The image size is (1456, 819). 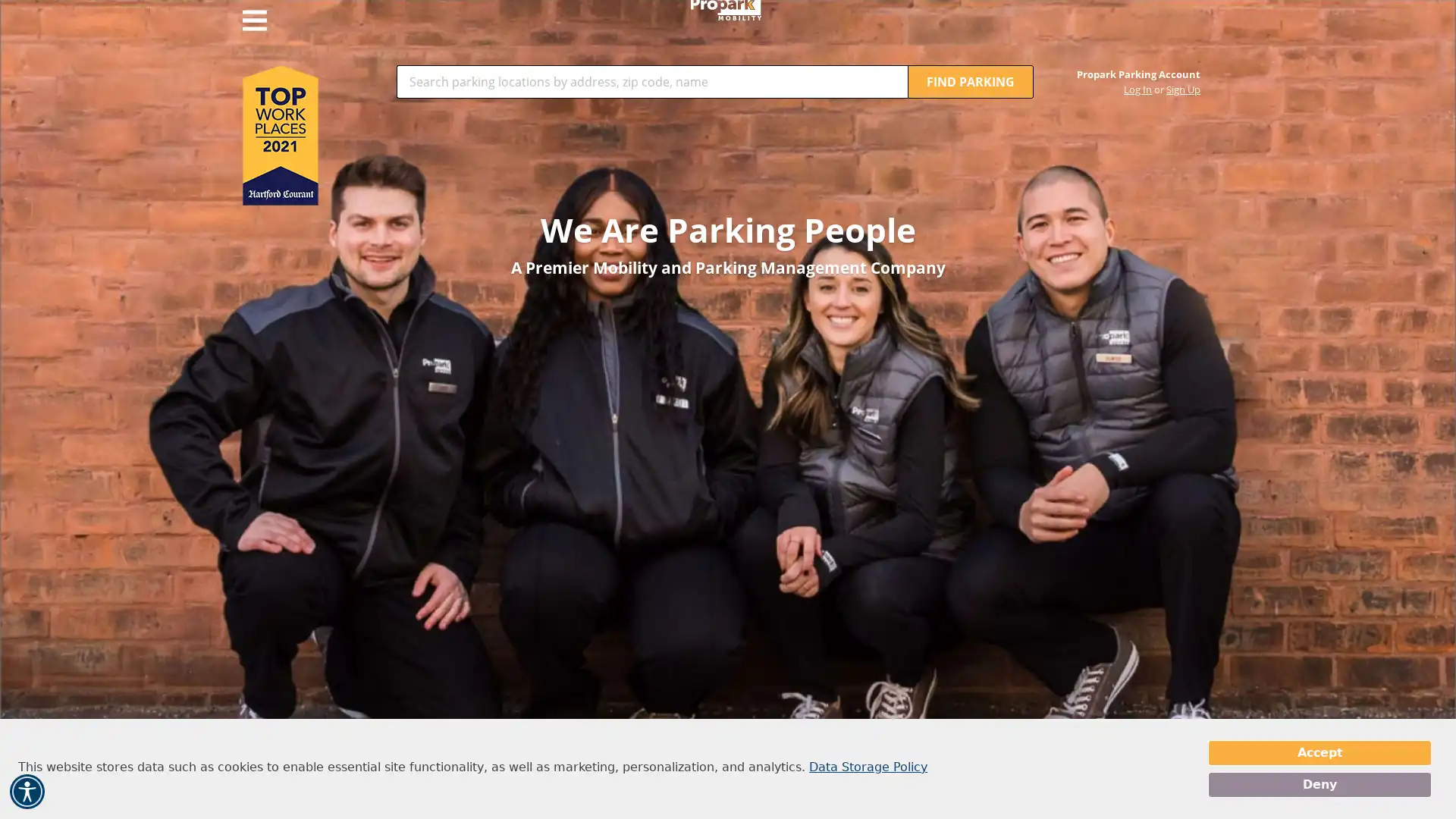 What do you see at coordinates (27, 791) in the screenshot?
I see `Accessibility Menu` at bounding box center [27, 791].